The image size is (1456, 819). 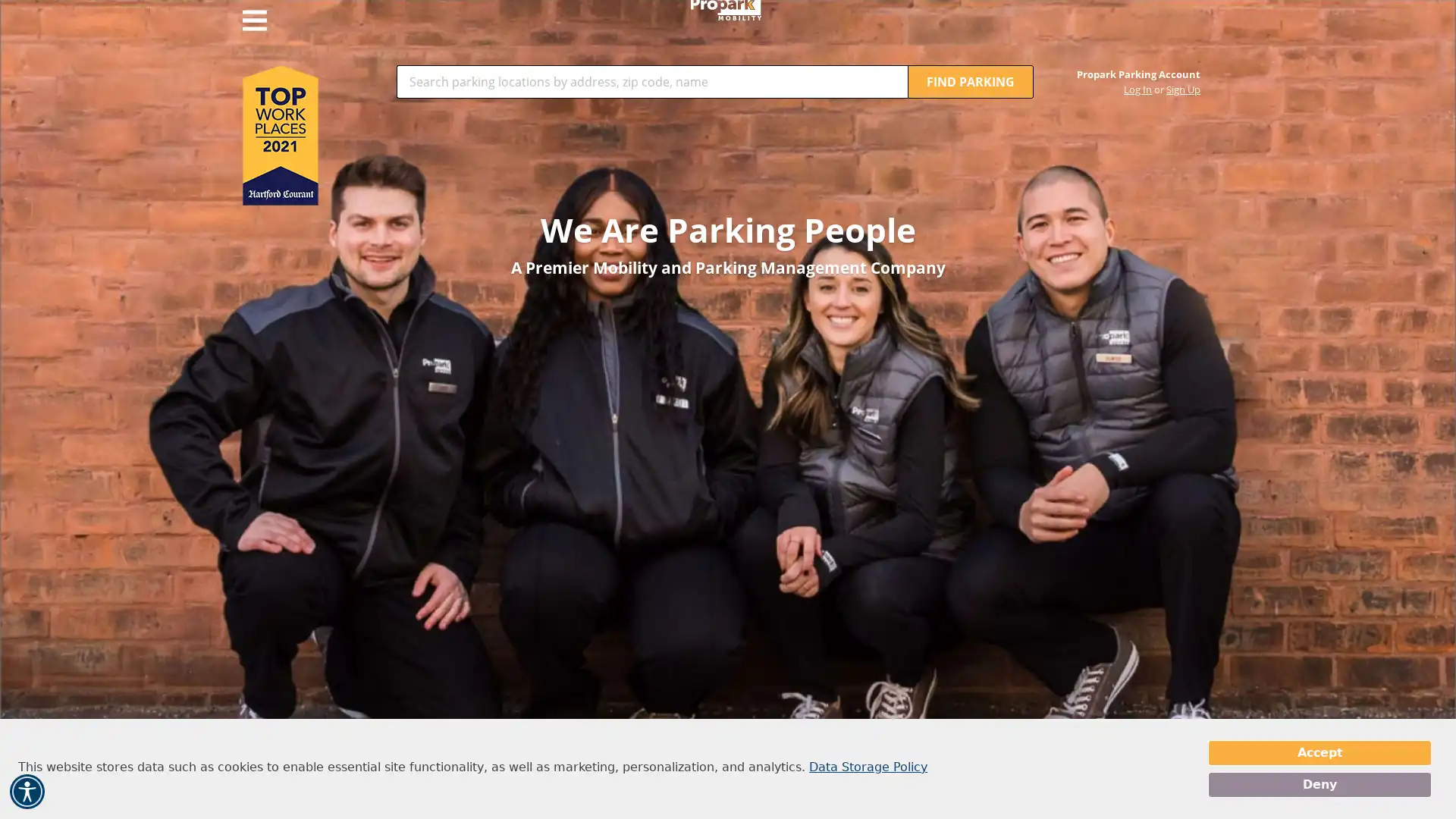 What do you see at coordinates (27, 791) in the screenshot?
I see `Accessibility Menu` at bounding box center [27, 791].